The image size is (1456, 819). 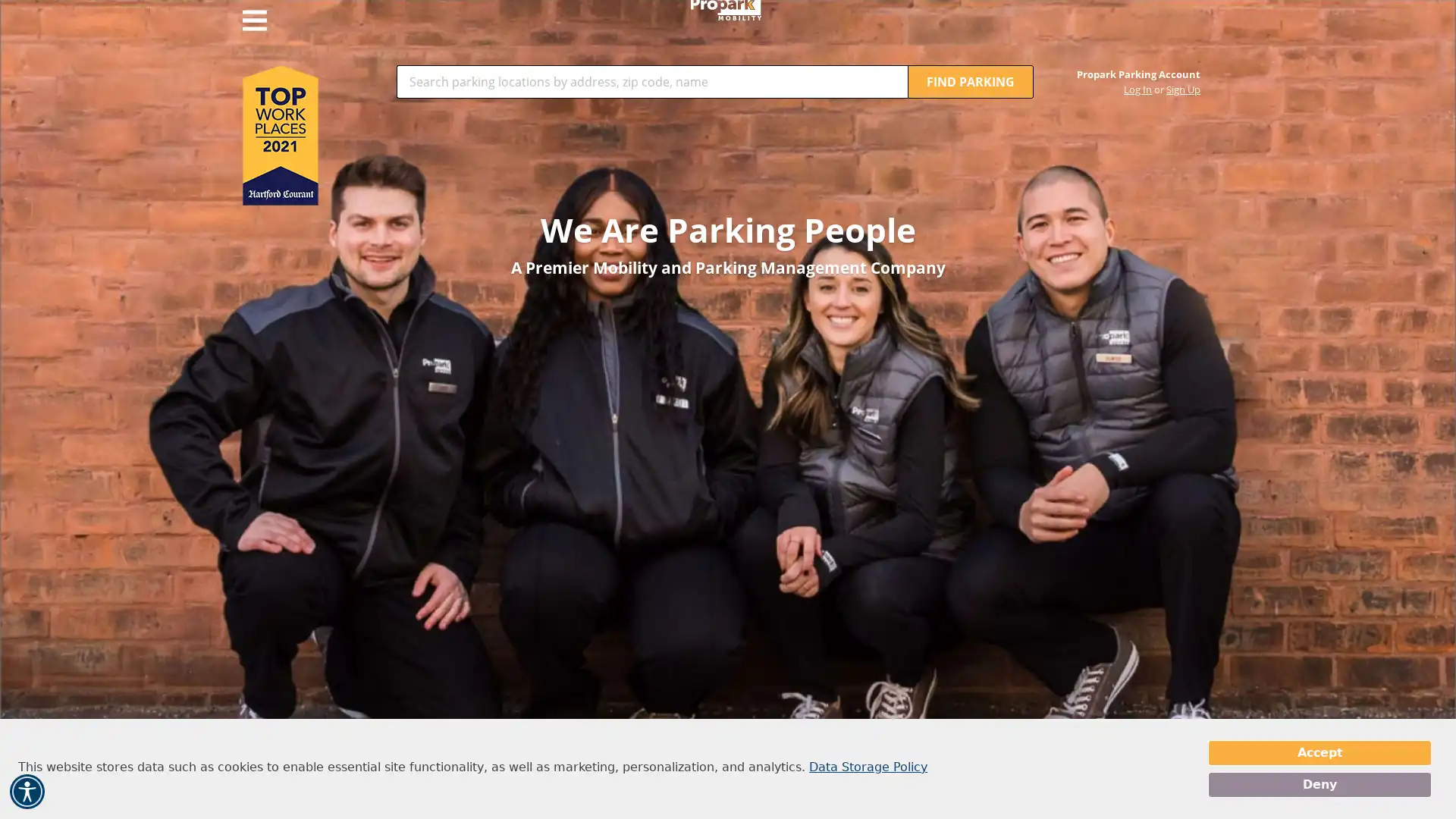 What do you see at coordinates (27, 791) in the screenshot?
I see `Accessibility Menu` at bounding box center [27, 791].